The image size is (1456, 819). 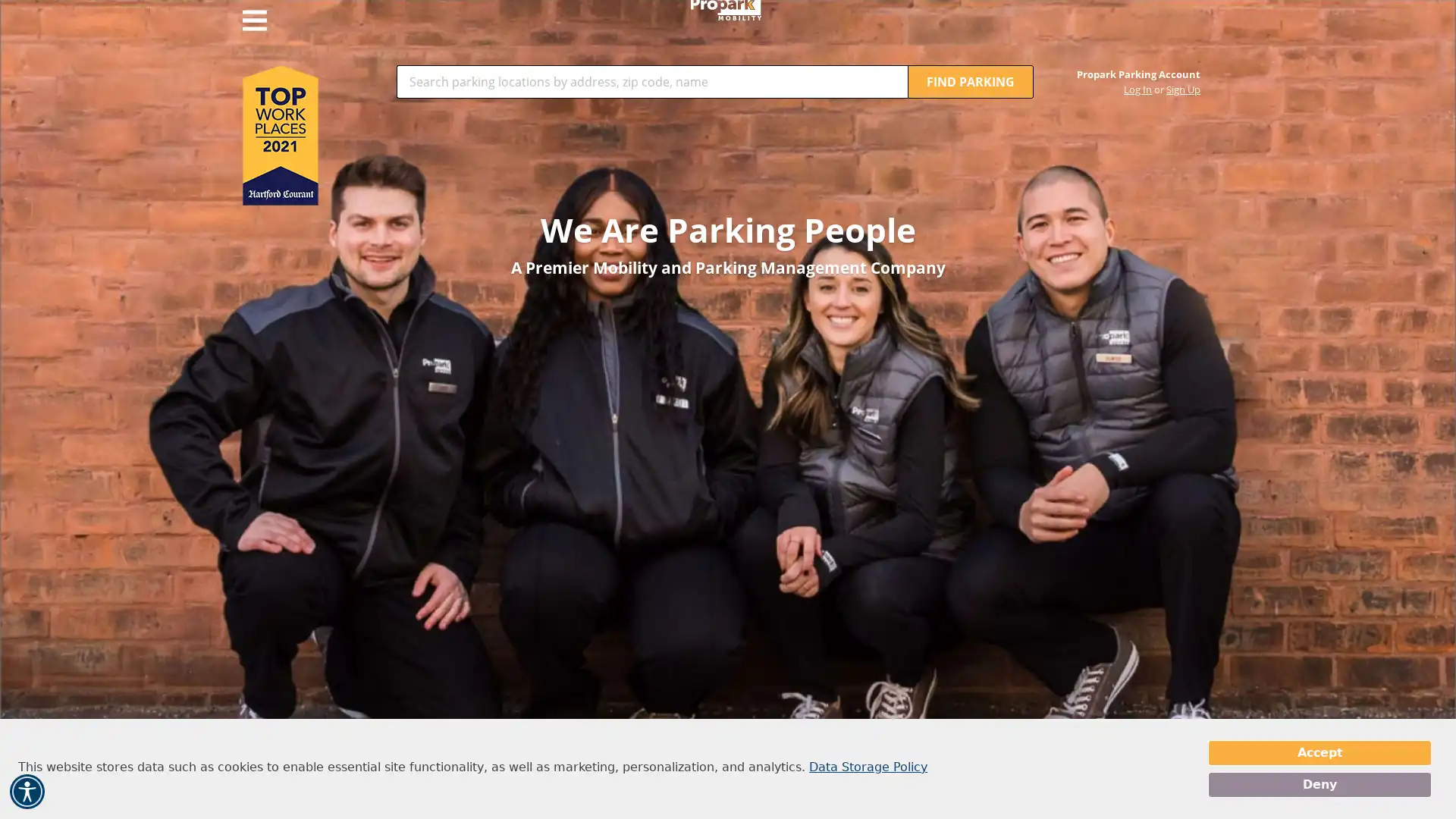 What do you see at coordinates (27, 791) in the screenshot?
I see `Accessibility Menu` at bounding box center [27, 791].